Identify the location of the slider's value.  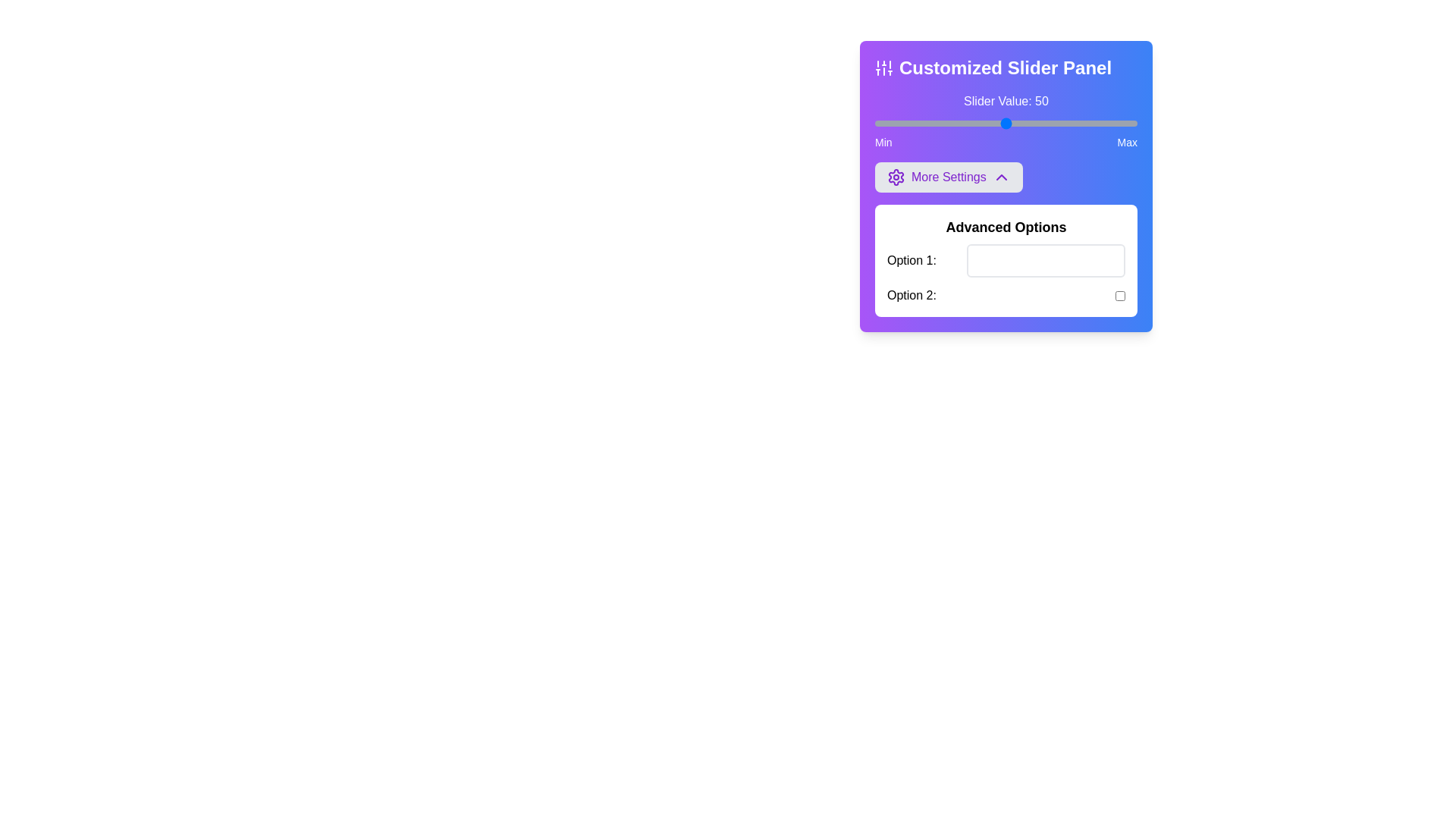
(883, 122).